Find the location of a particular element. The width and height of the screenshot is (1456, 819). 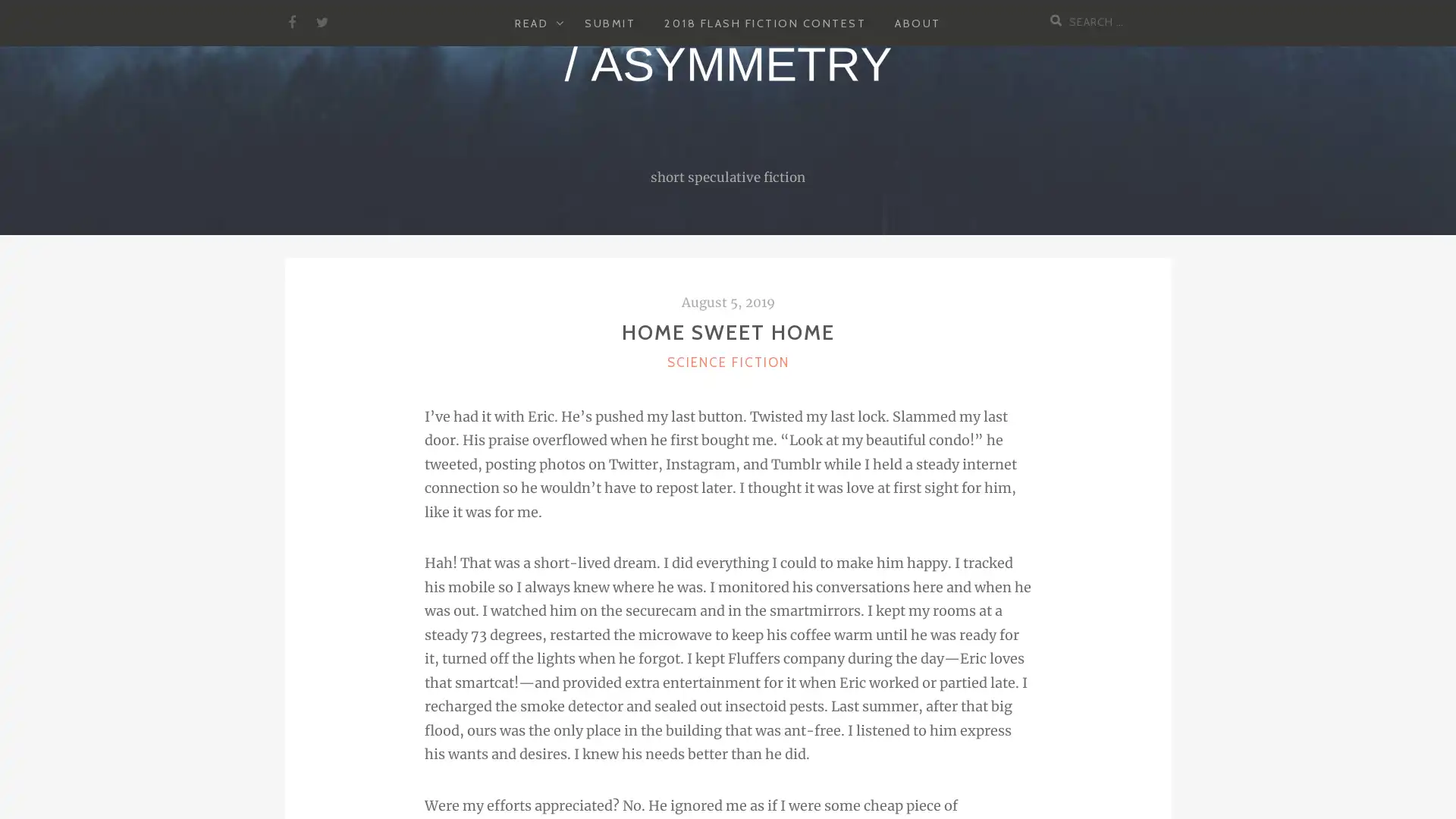

EXPAND CHILD MENU is located at coordinates (558, 22).